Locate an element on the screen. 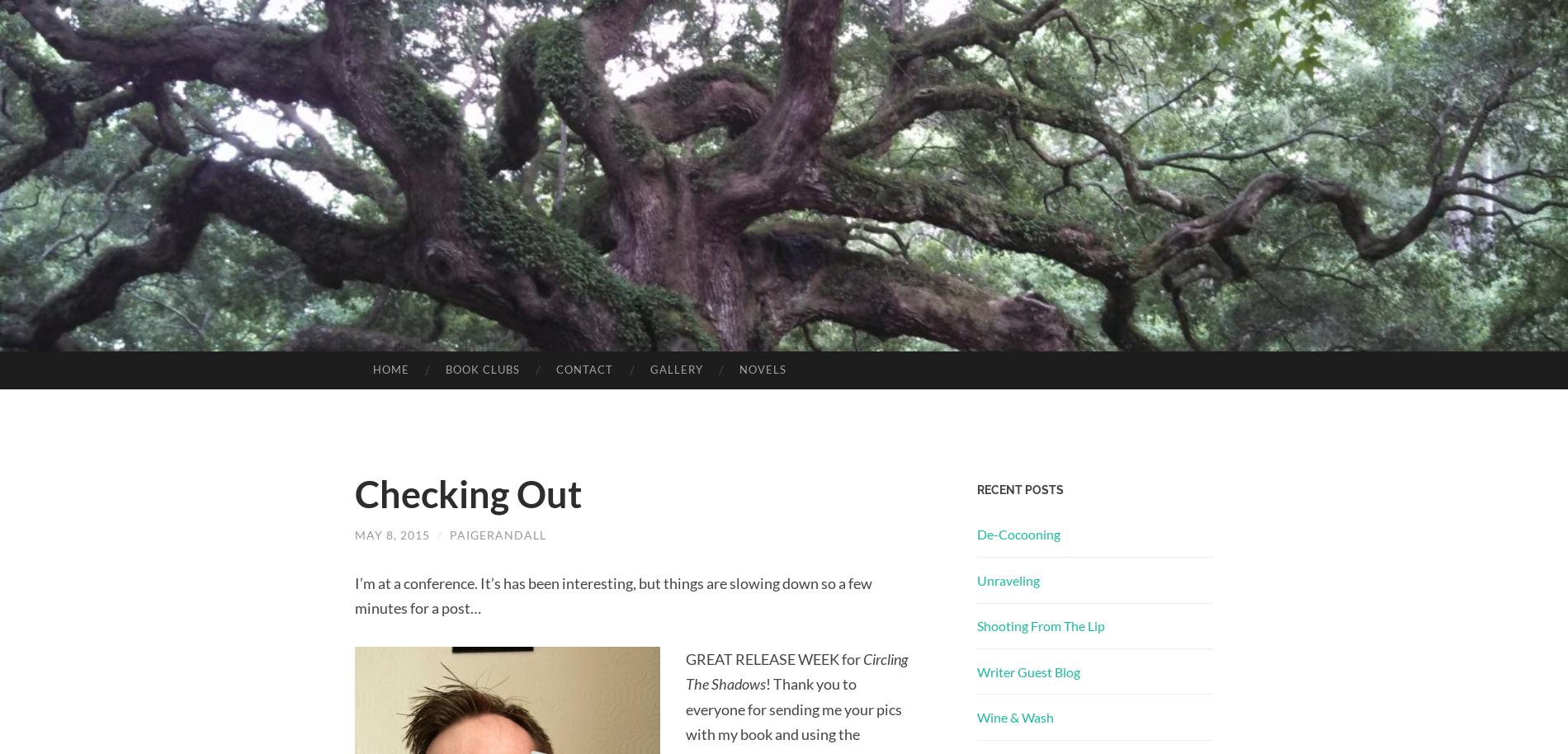 The height and width of the screenshot is (754, 1568). 'Writer Guest Blog' is located at coordinates (977, 670).